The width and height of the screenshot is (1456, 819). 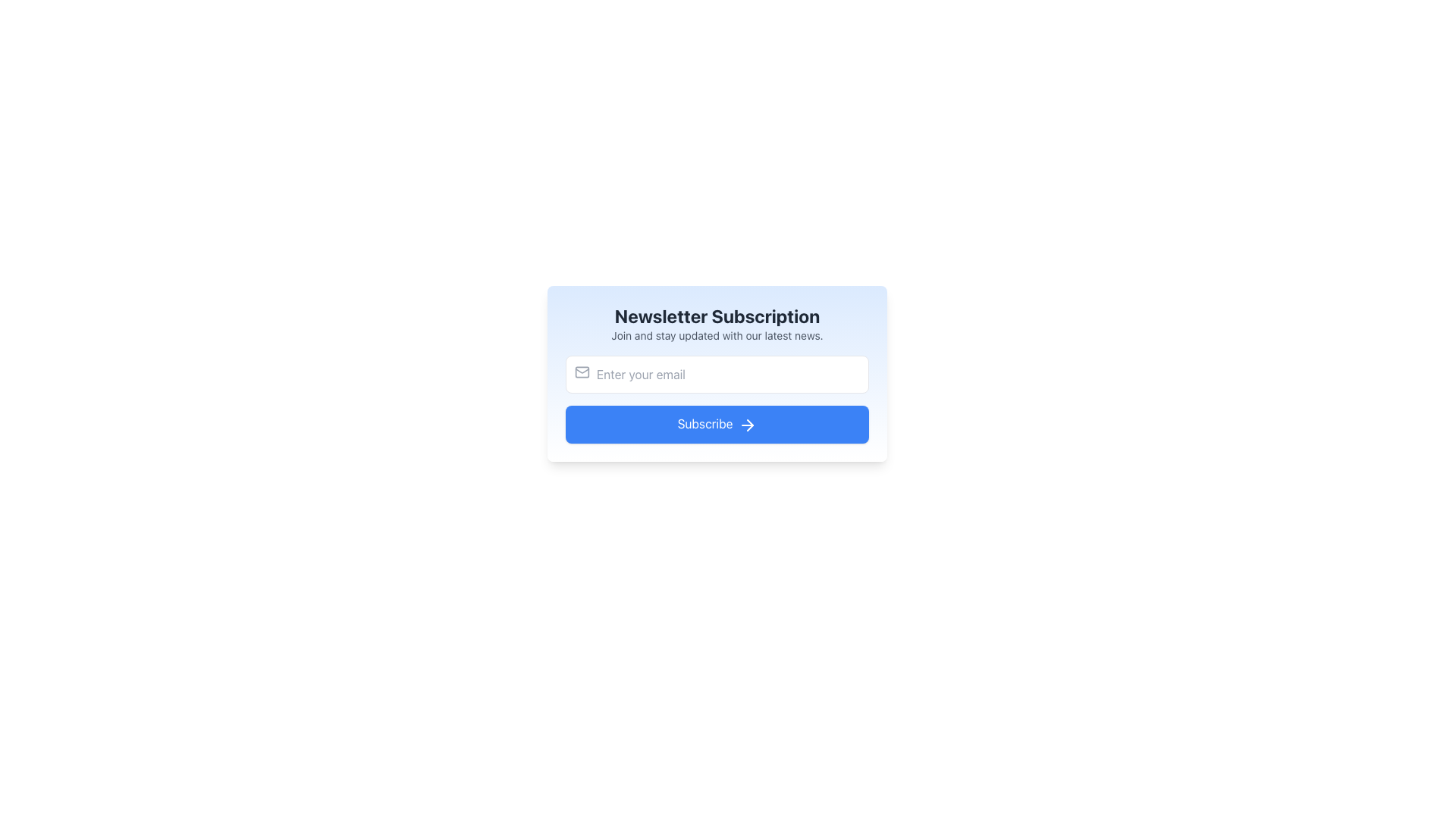 I want to click on the header text element that indicates the main purpose of the newsletter subscription section, located above the subscription prompt text, so click(x=716, y=315).